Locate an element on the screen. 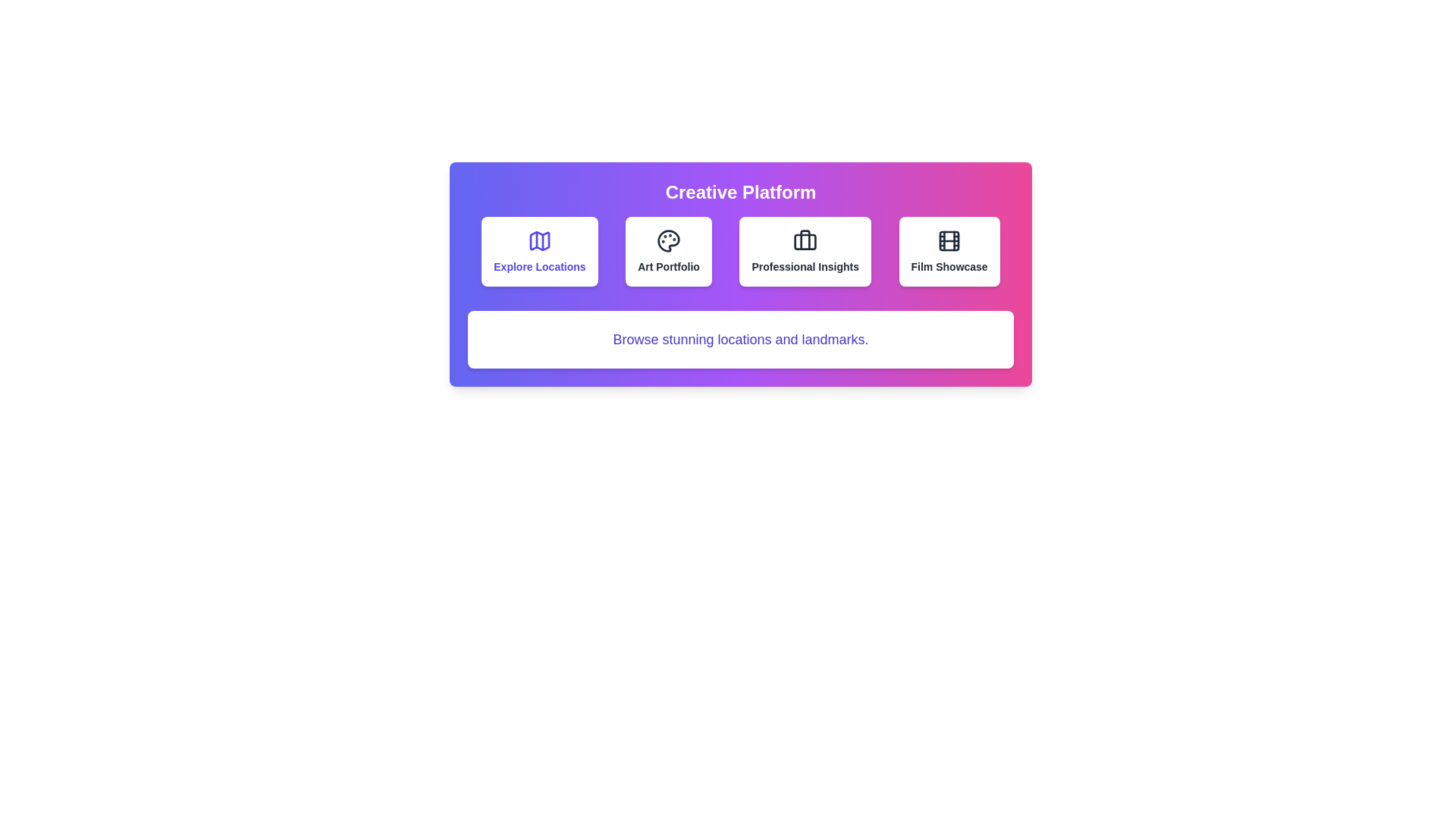  the button corresponding to the category Explore Locations to select it is located at coordinates (539, 250).